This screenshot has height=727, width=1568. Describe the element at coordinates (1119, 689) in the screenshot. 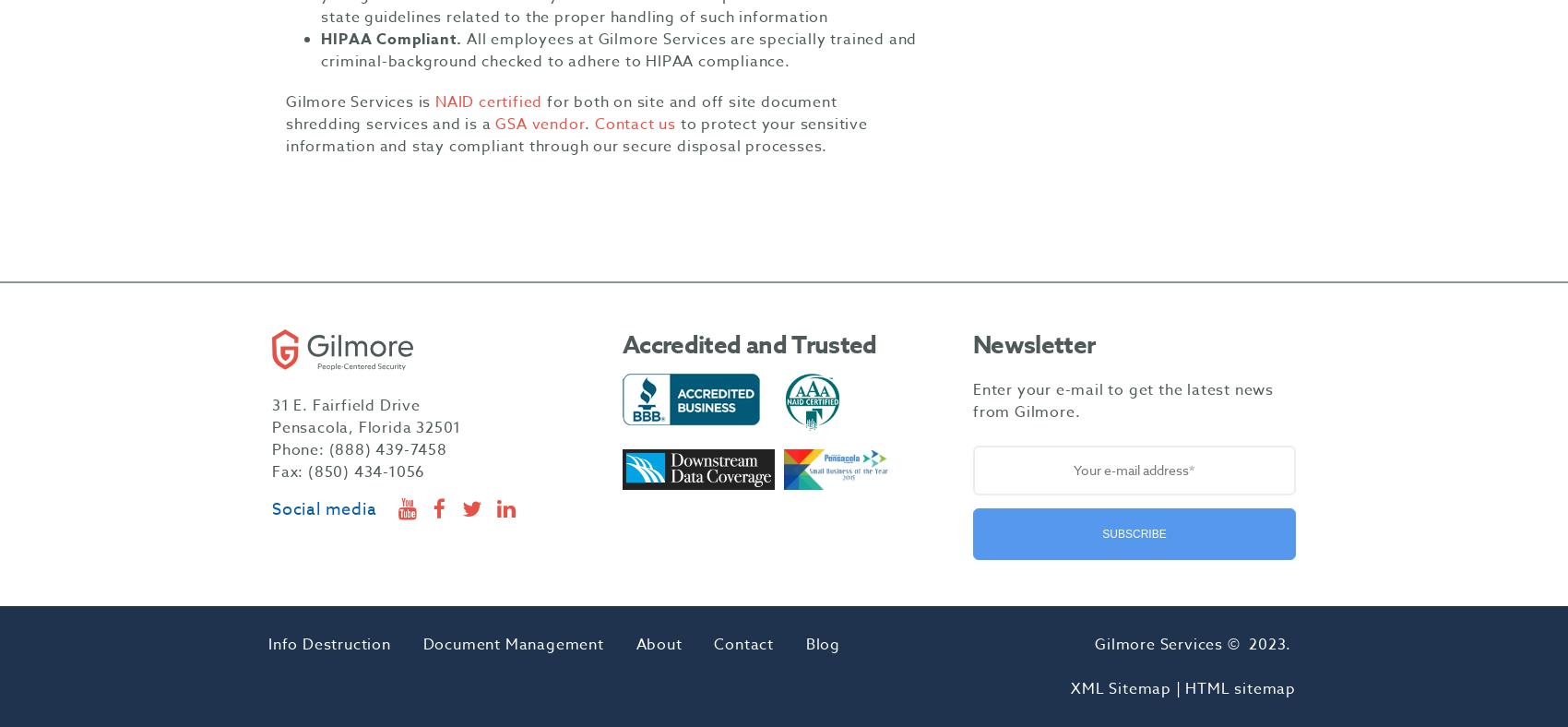

I see `'XML Sitemap'` at that location.